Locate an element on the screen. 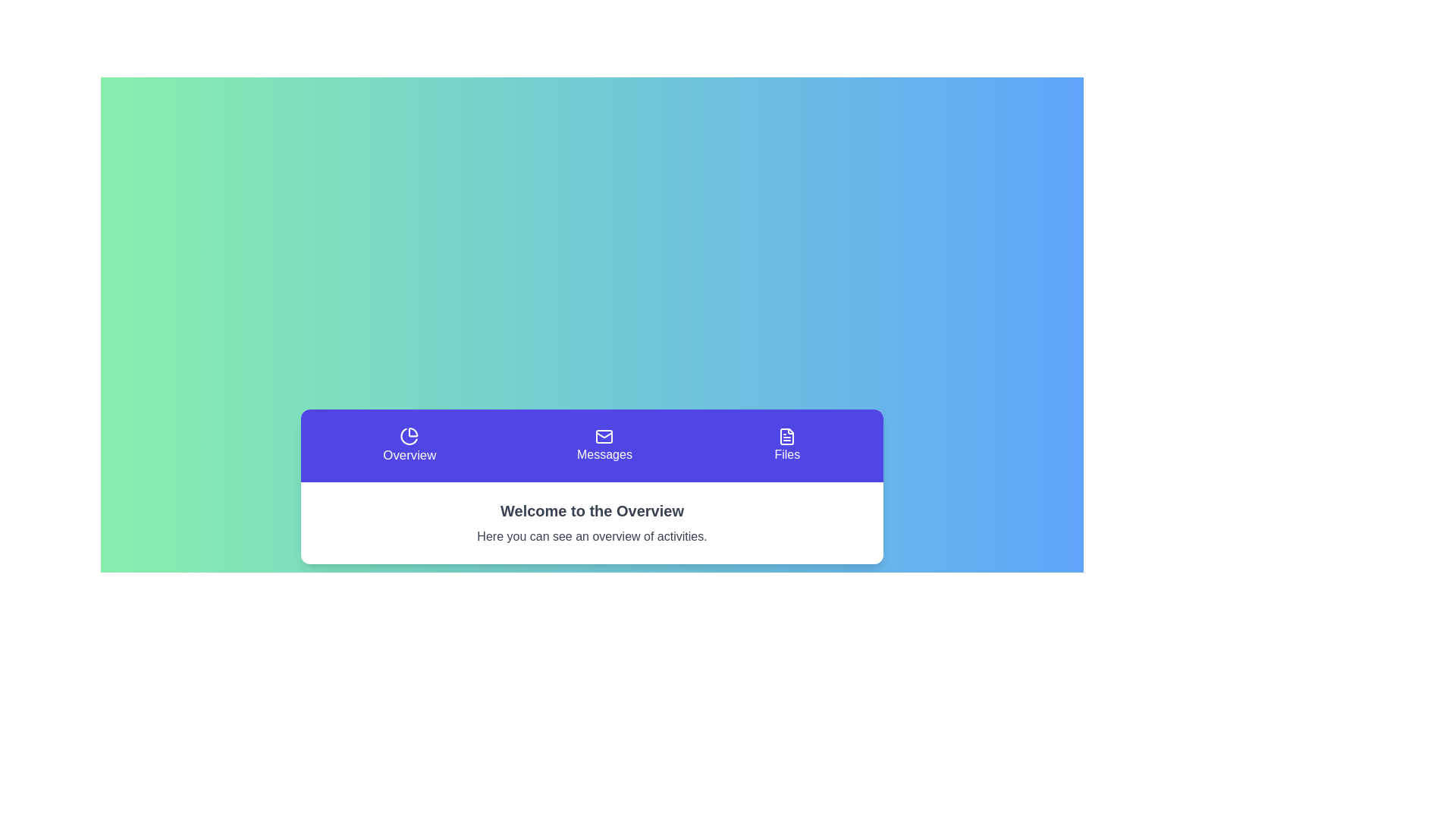  the Messages section of the dashboard is located at coordinates (604, 444).